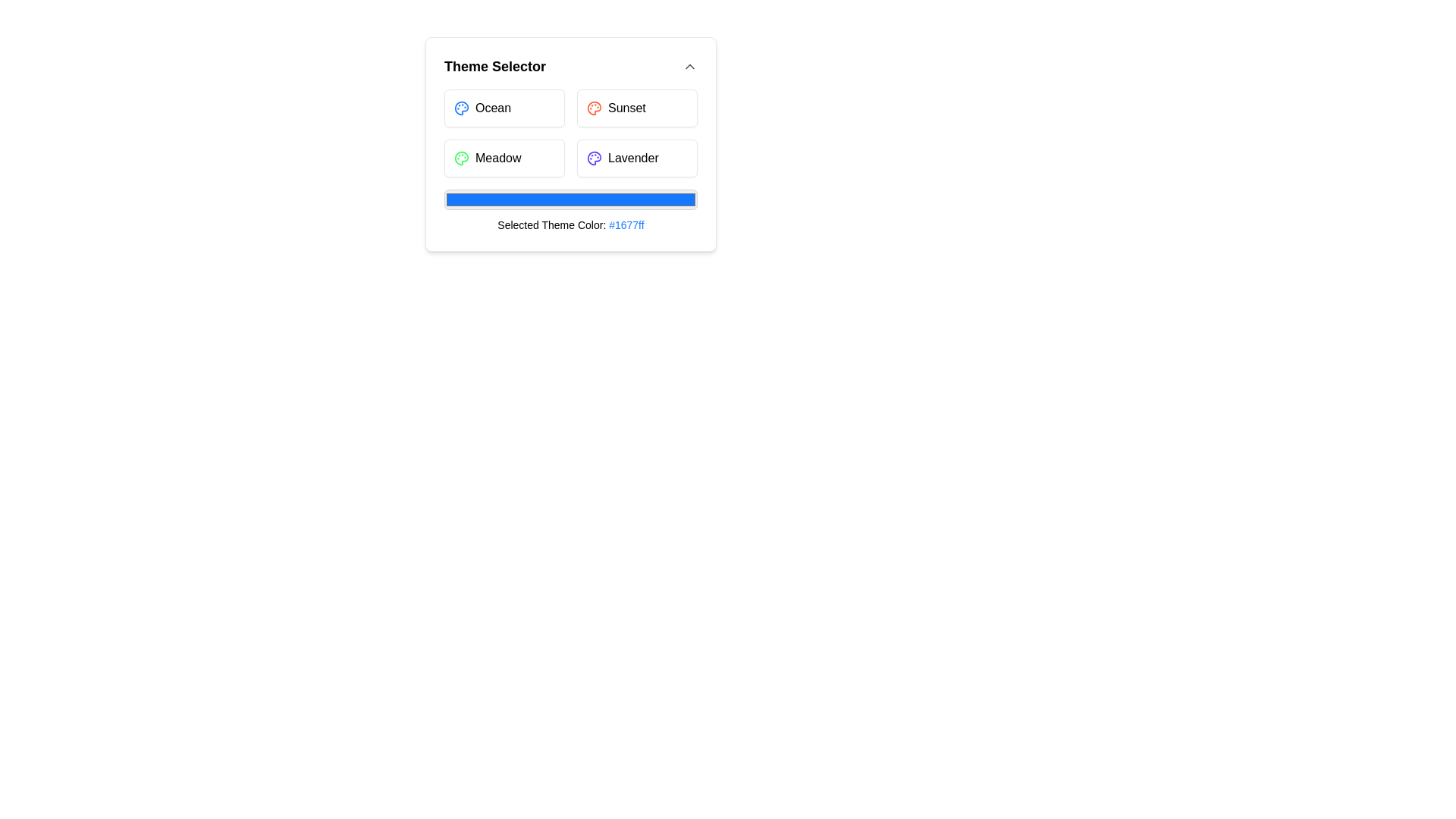 This screenshot has width=1456, height=819. I want to click on the small orange color palette icon located in the 'Sunset' option's button of the theme selection interface, so click(593, 107).